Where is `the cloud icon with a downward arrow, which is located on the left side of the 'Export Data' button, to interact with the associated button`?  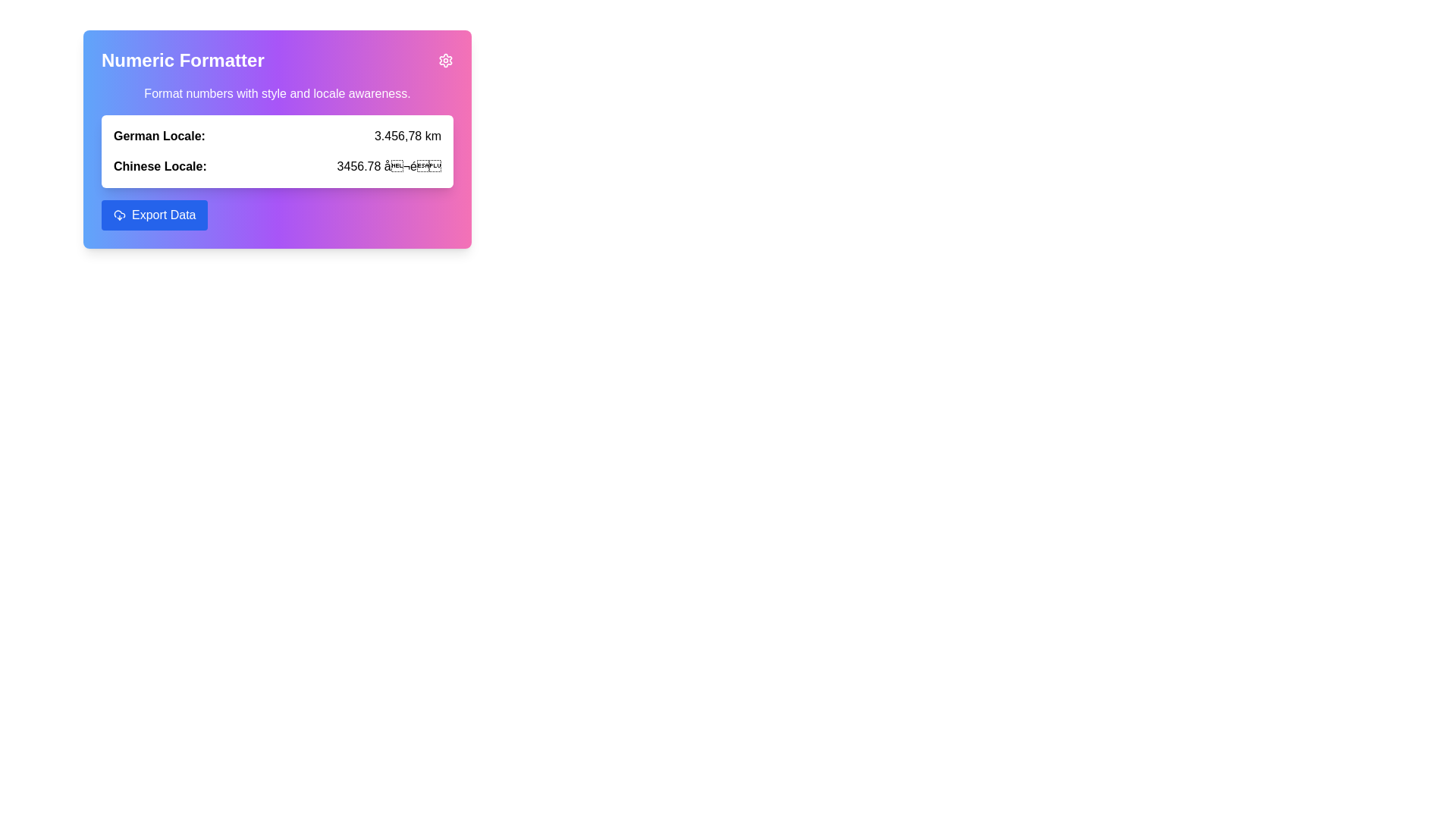
the cloud icon with a downward arrow, which is located on the left side of the 'Export Data' button, to interact with the associated button is located at coordinates (119, 215).